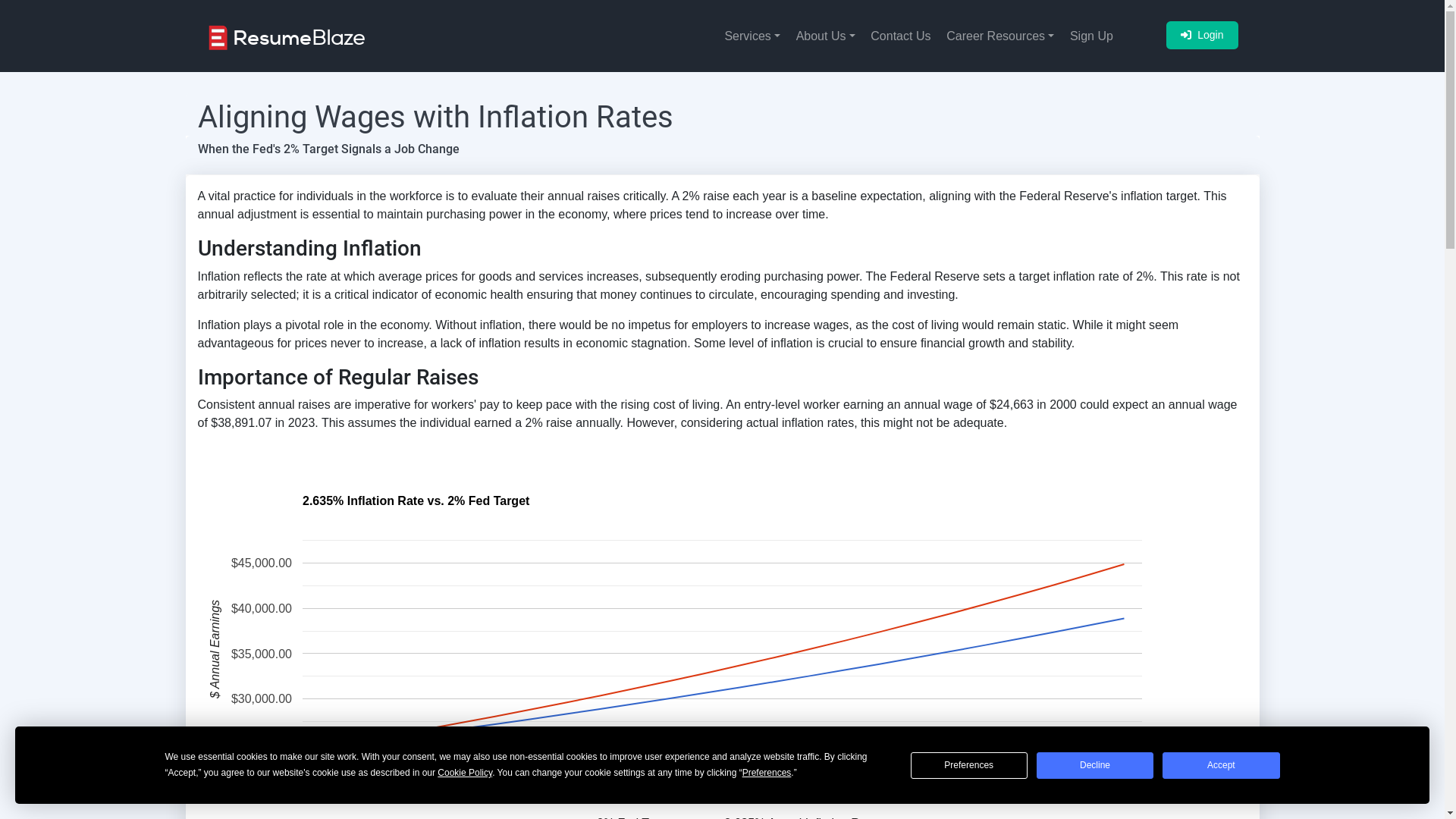 This screenshot has height=819, width=1456. Describe the element at coordinates (894, 35) in the screenshot. I see `'Contact Us'` at that location.